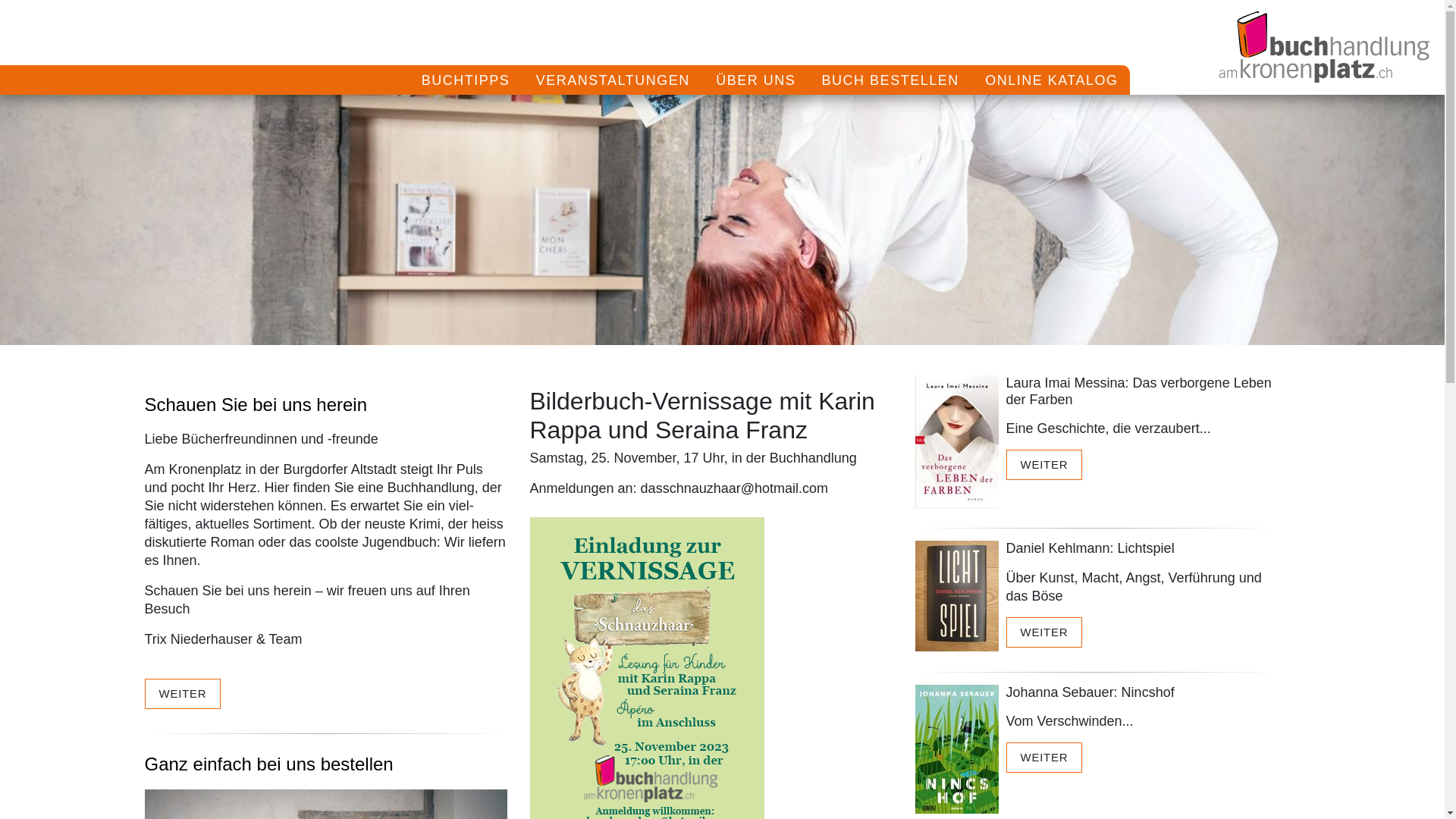 The width and height of the screenshot is (1456, 819). What do you see at coordinates (1050, 80) in the screenshot?
I see `'ONLINE KATALOG'` at bounding box center [1050, 80].